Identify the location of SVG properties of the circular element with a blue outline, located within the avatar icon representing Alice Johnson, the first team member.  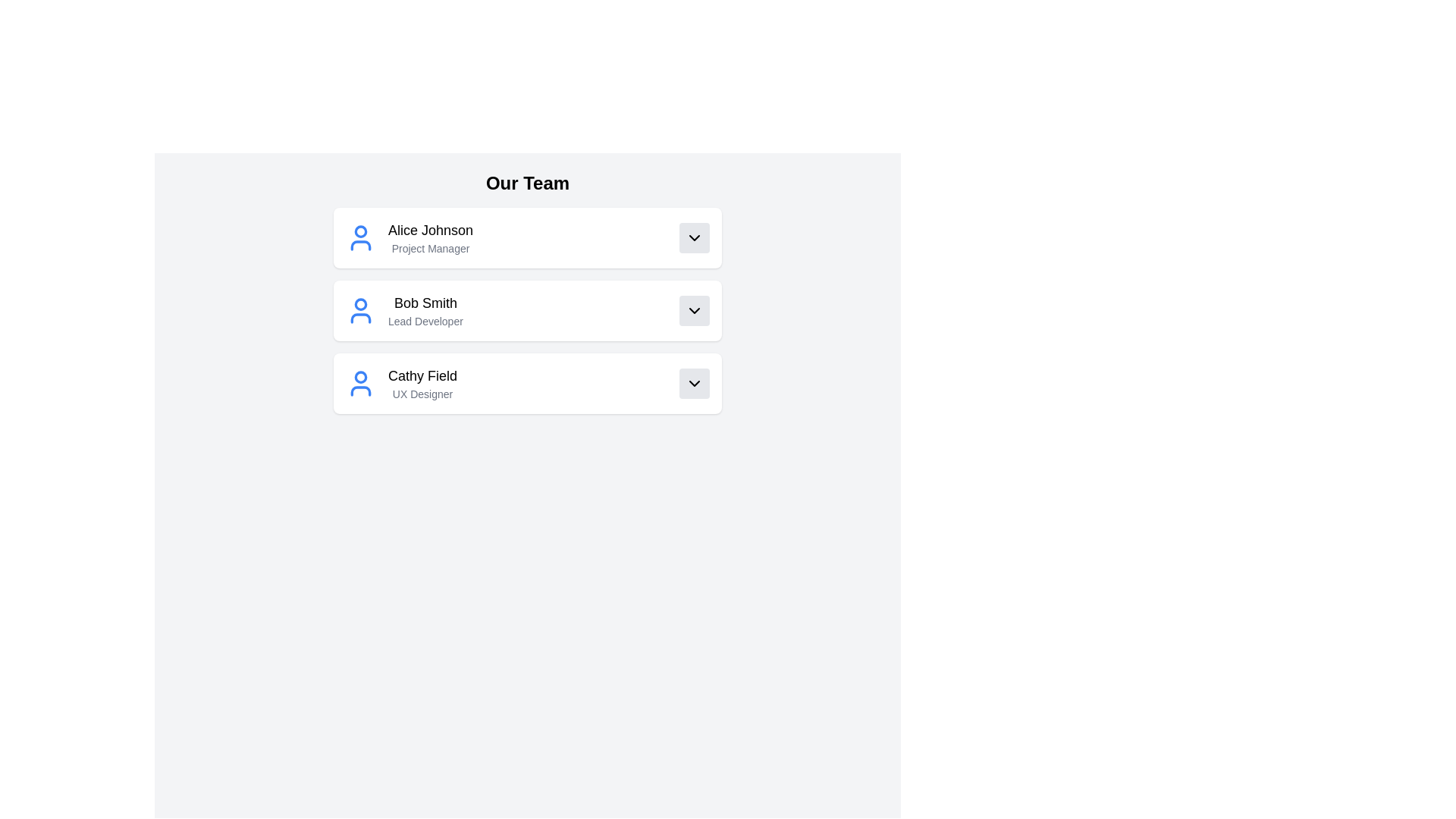
(359, 231).